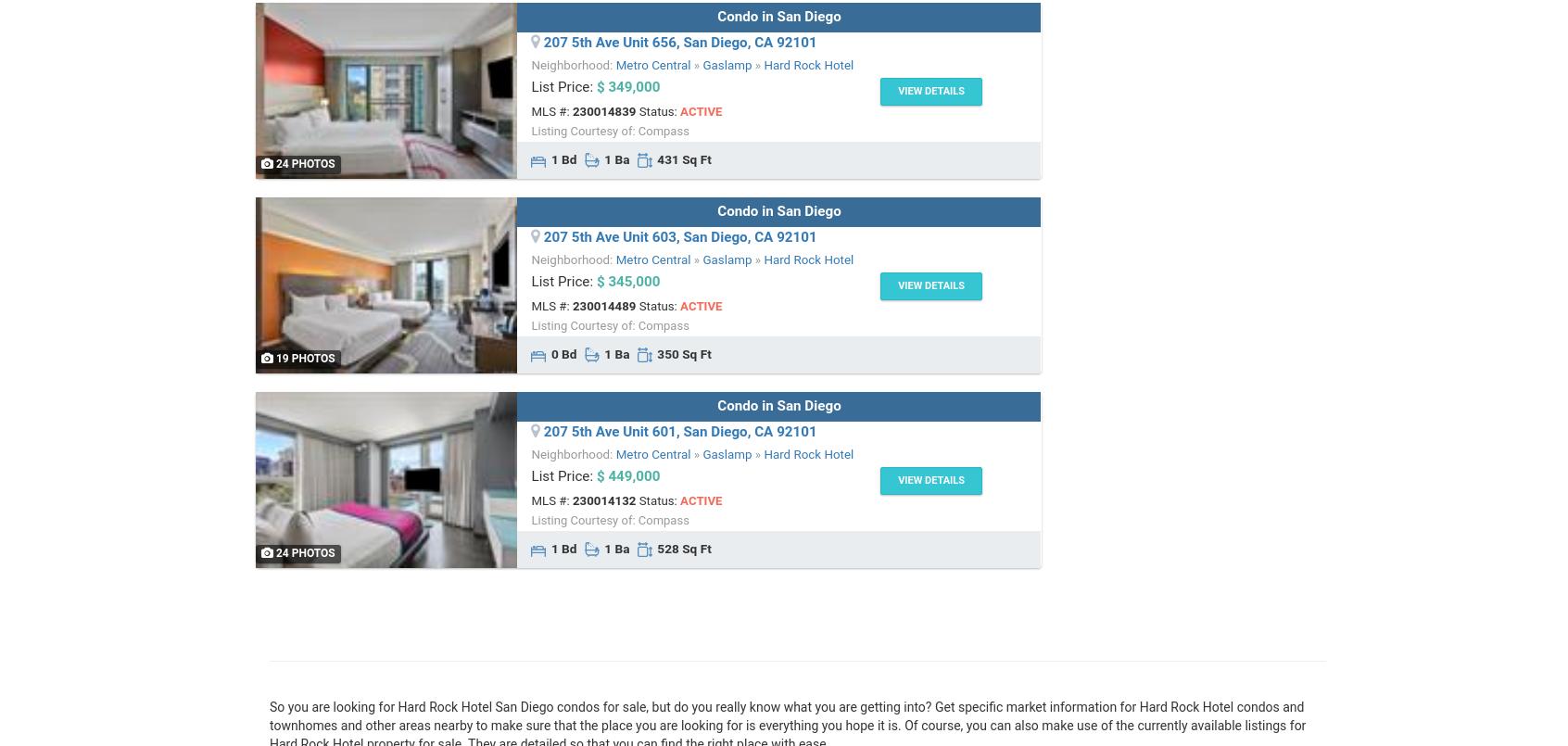 This screenshot has width=1568, height=746. What do you see at coordinates (562, 353) in the screenshot?
I see `'0 Bd'` at bounding box center [562, 353].